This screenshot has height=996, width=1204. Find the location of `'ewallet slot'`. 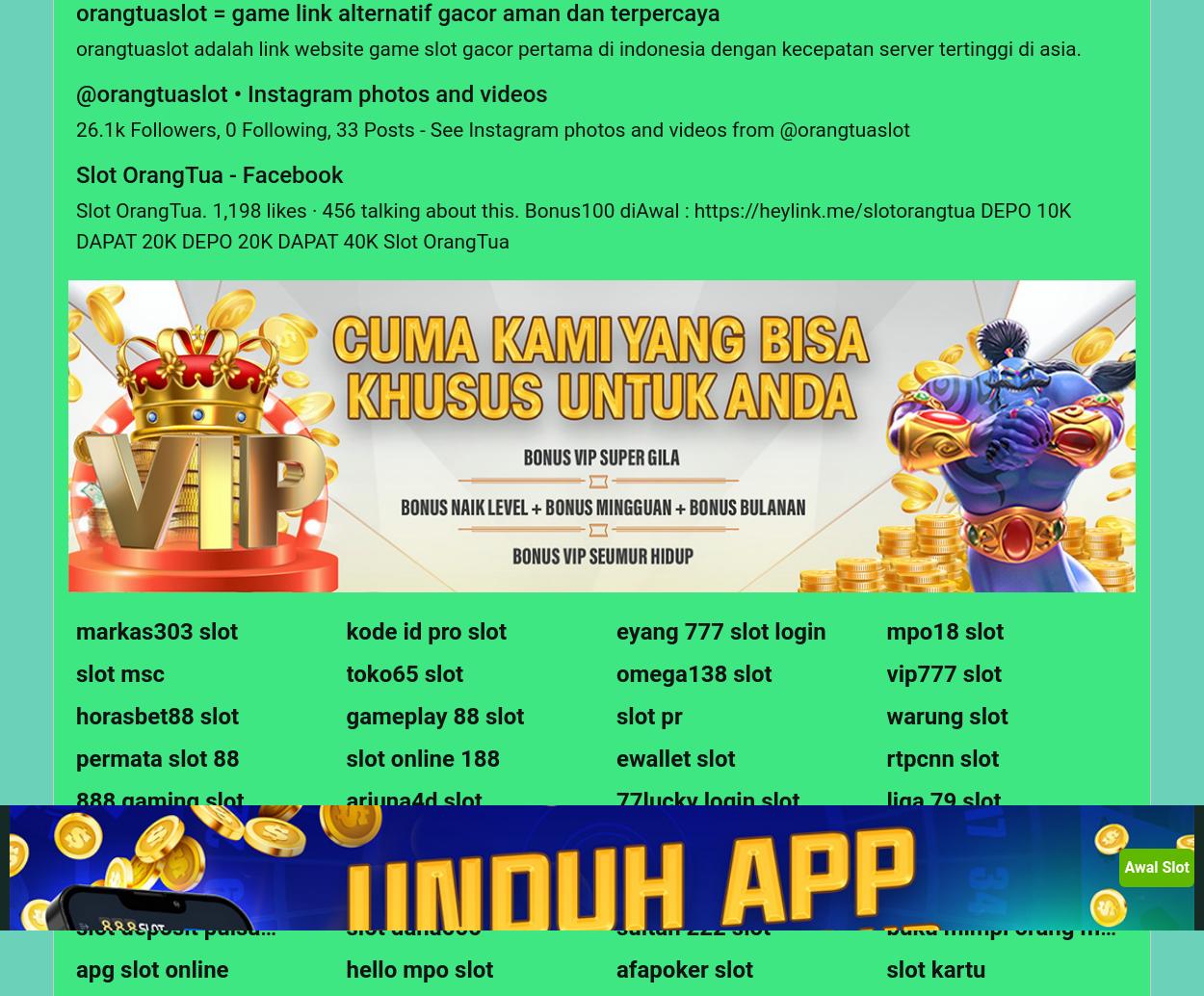

'ewallet slot' is located at coordinates (674, 756).